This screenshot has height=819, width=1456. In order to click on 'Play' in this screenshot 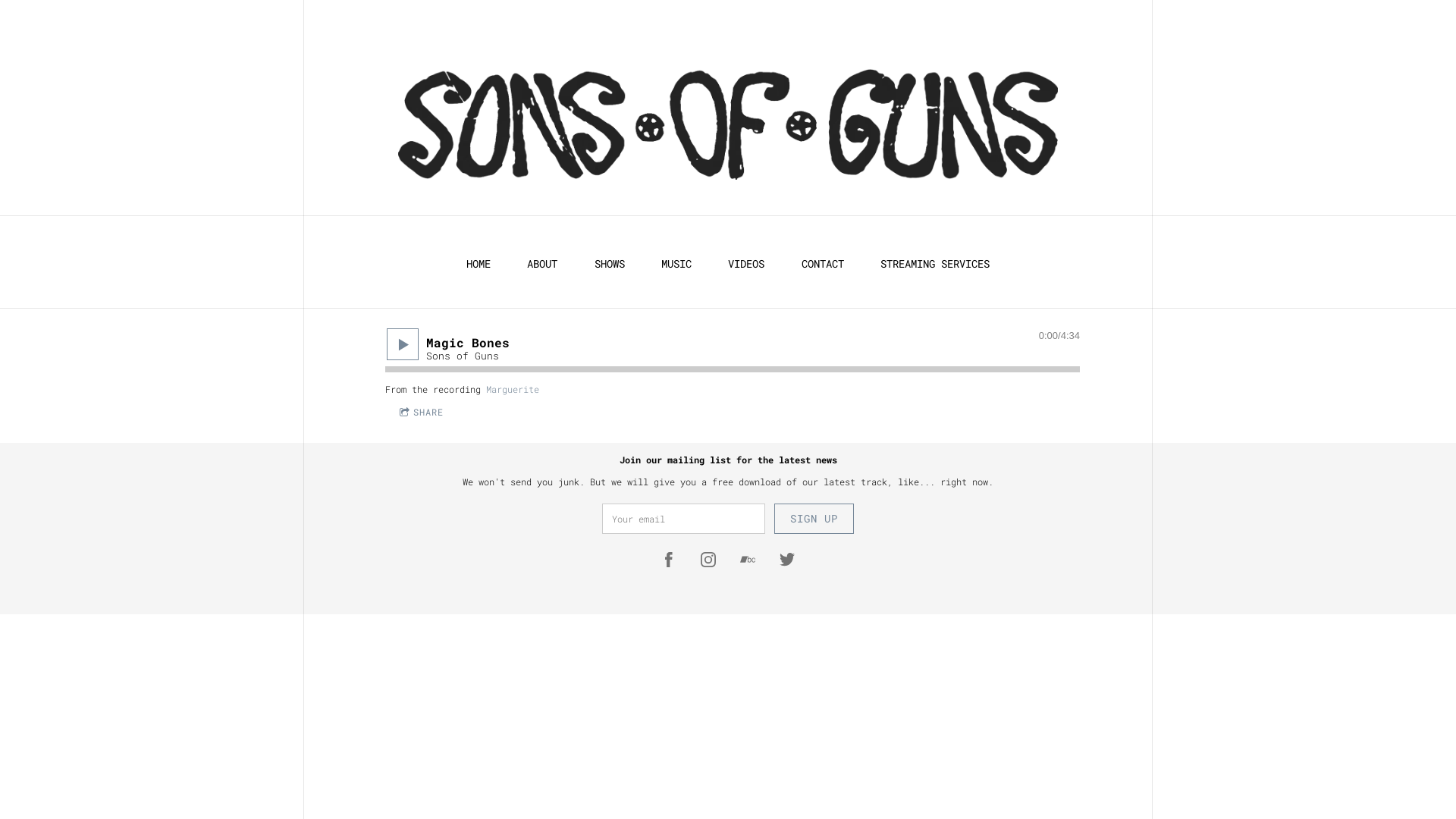, I will do `click(393, 344)`.